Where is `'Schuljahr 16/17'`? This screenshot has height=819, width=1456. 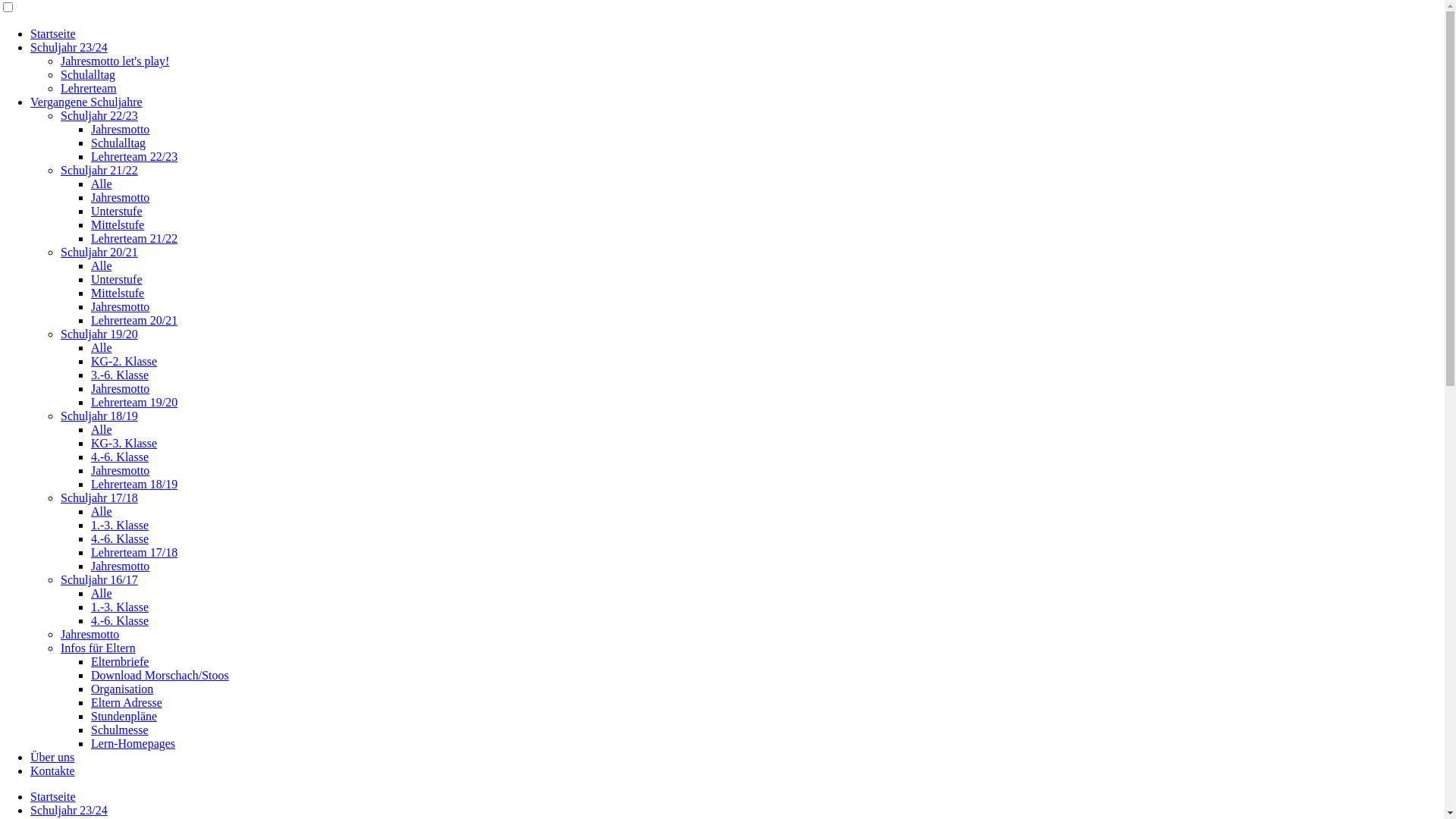 'Schuljahr 16/17' is located at coordinates (98, 579).